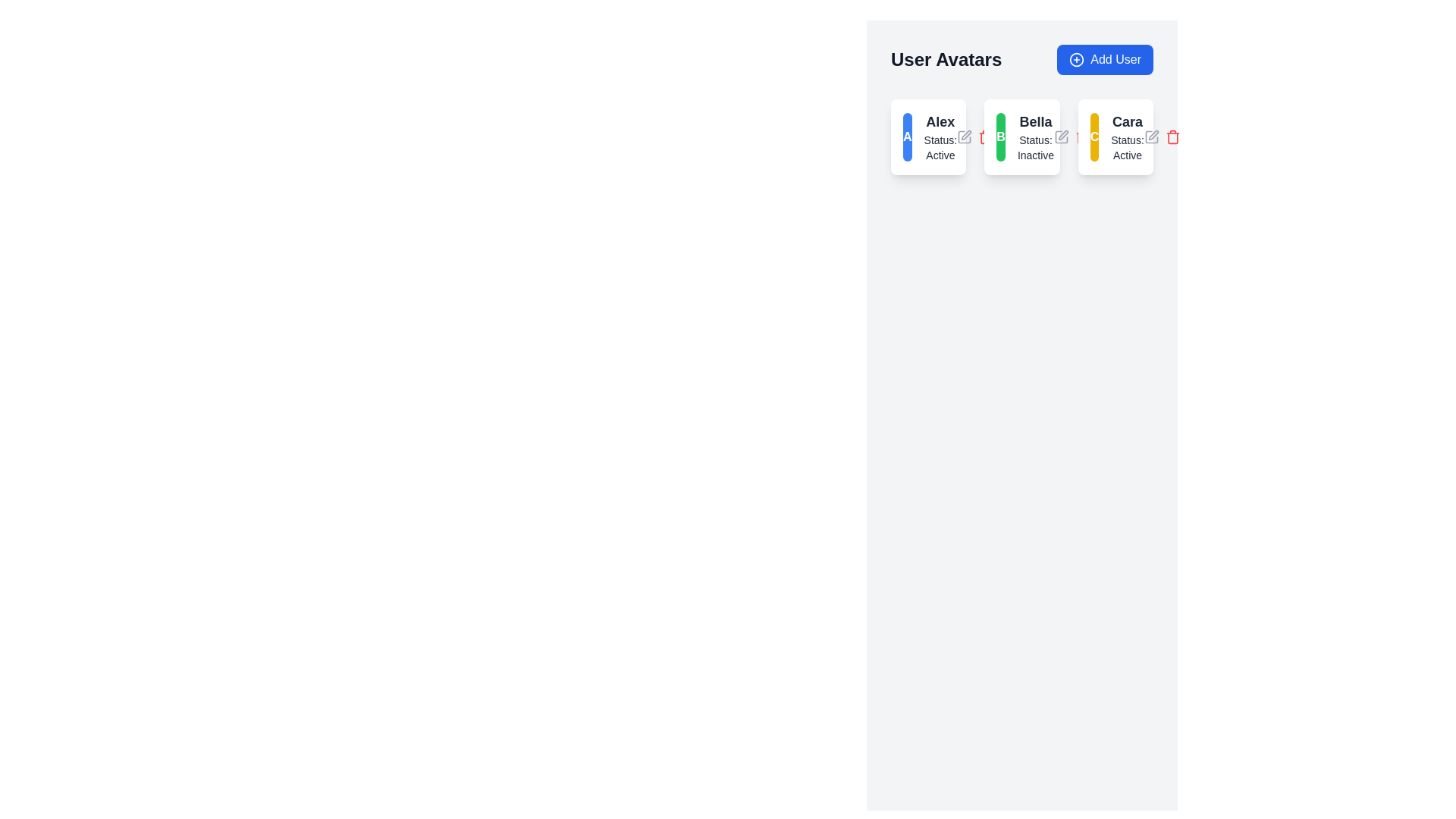  What do you see at coordinates (1128, 148) in the screenshot?
I see `status text label indicating that the user 'Cara' is currently active, located below the main title in the lower section of the card labeled with 'Cara'` at bounding box center [1128, 148].